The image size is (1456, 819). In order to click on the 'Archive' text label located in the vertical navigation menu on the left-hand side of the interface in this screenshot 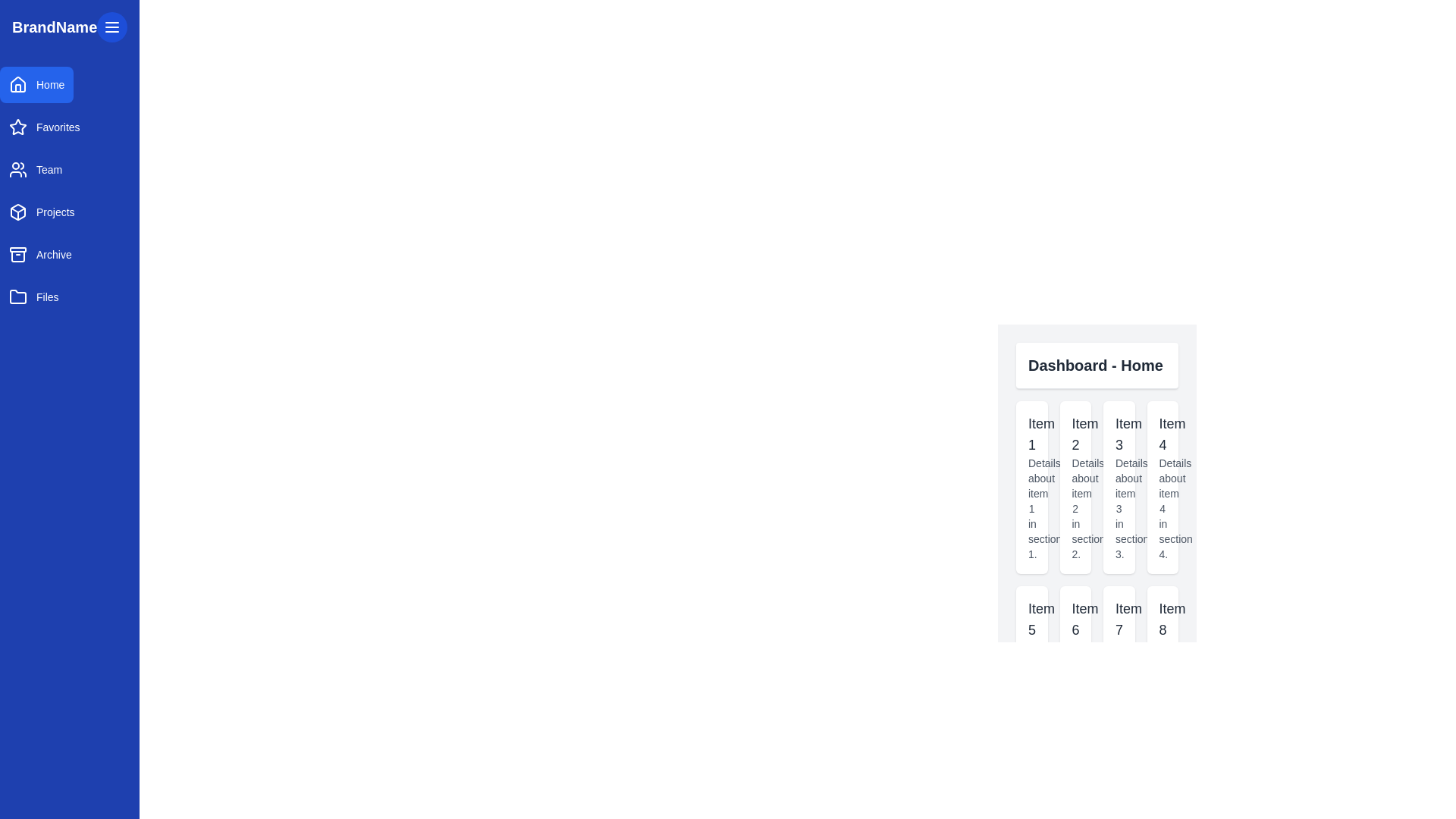, I will do `click(54, 253)`.